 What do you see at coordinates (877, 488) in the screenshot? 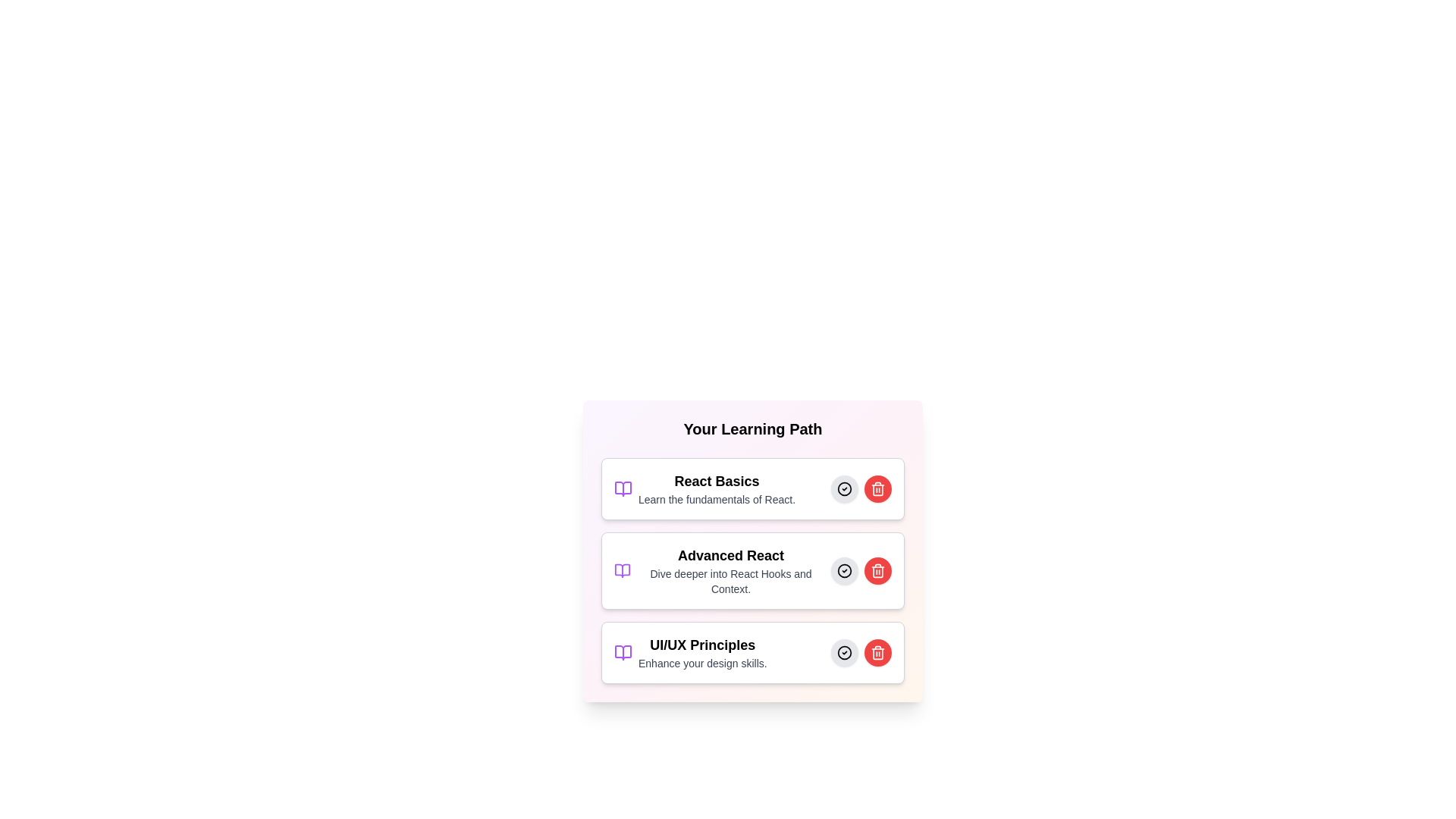
I see `trash icon to remove the learning material titled React Basics` at bounding box center [877, 488].